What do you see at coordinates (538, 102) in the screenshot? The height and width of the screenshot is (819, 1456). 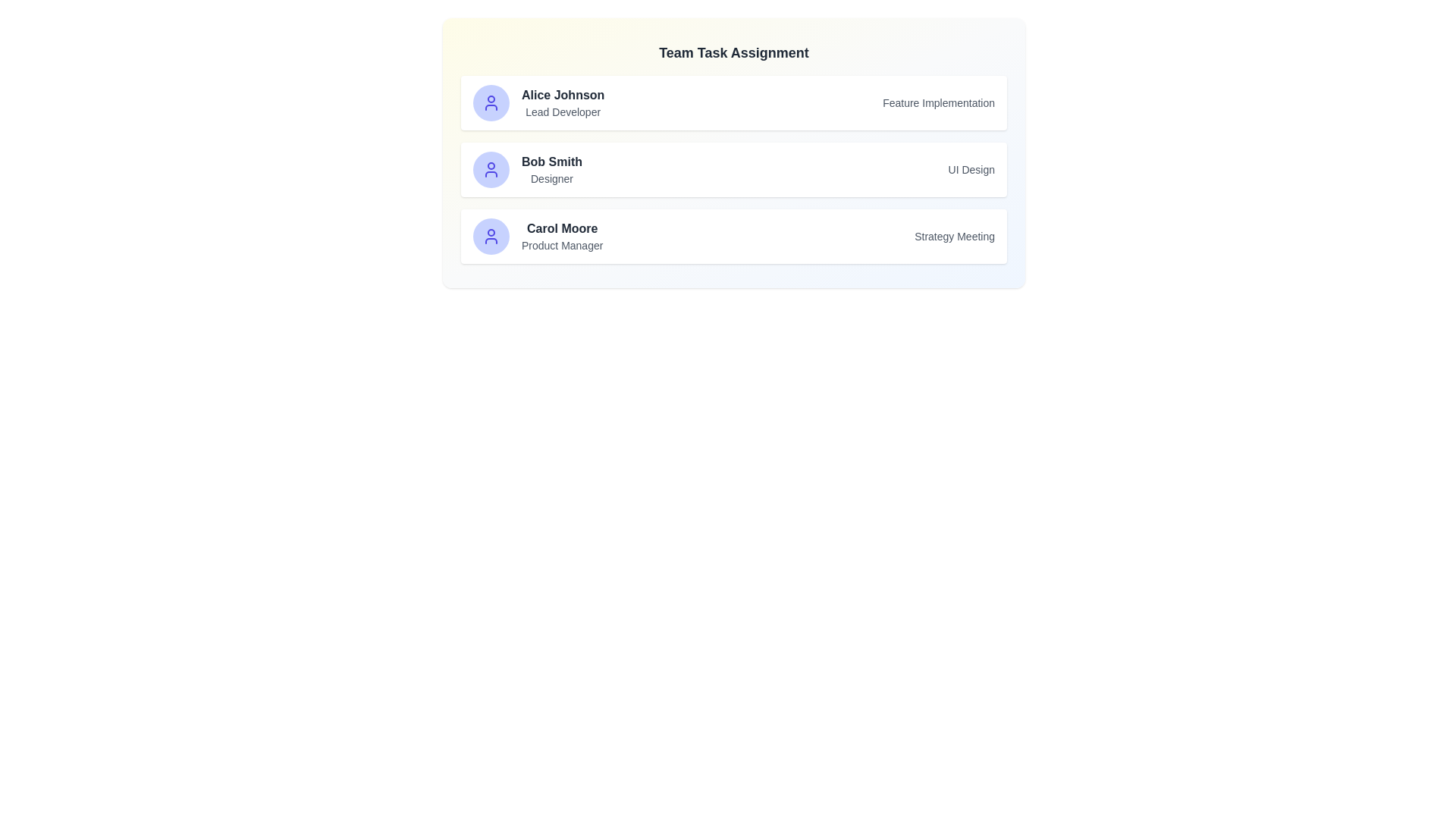 I see `the label displaying the name and job title of the specific person, which is the first item in the list under 'Team Task Assignment.'` at bounding box center [538, 102].